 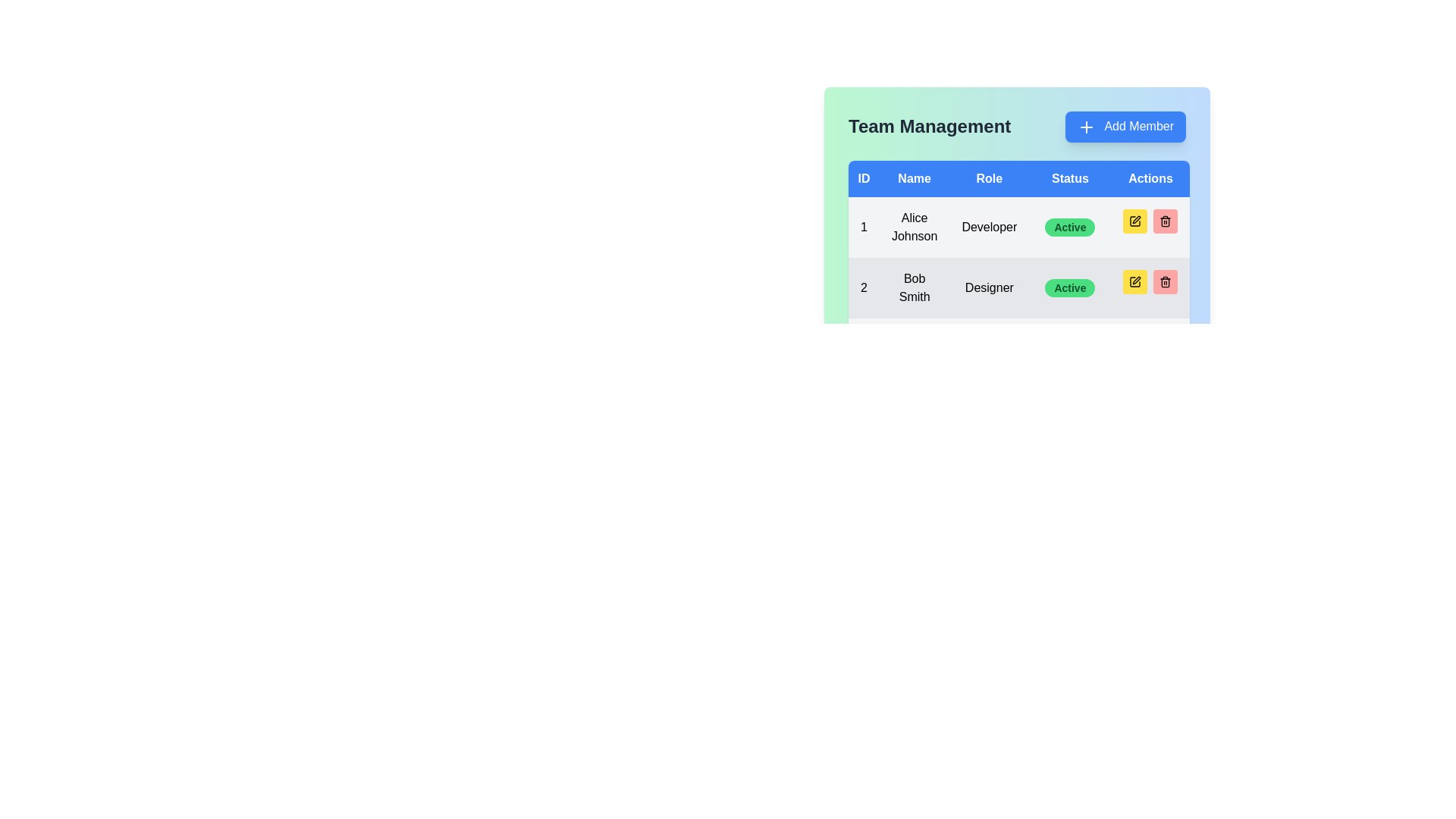 What do you see at coordinates (1165, 222) in the screenshot?
I see `the trash can icon located in the 'Actions' column of the second row in the table under the 'Team Management' section` at bounding box center [1165, 222].